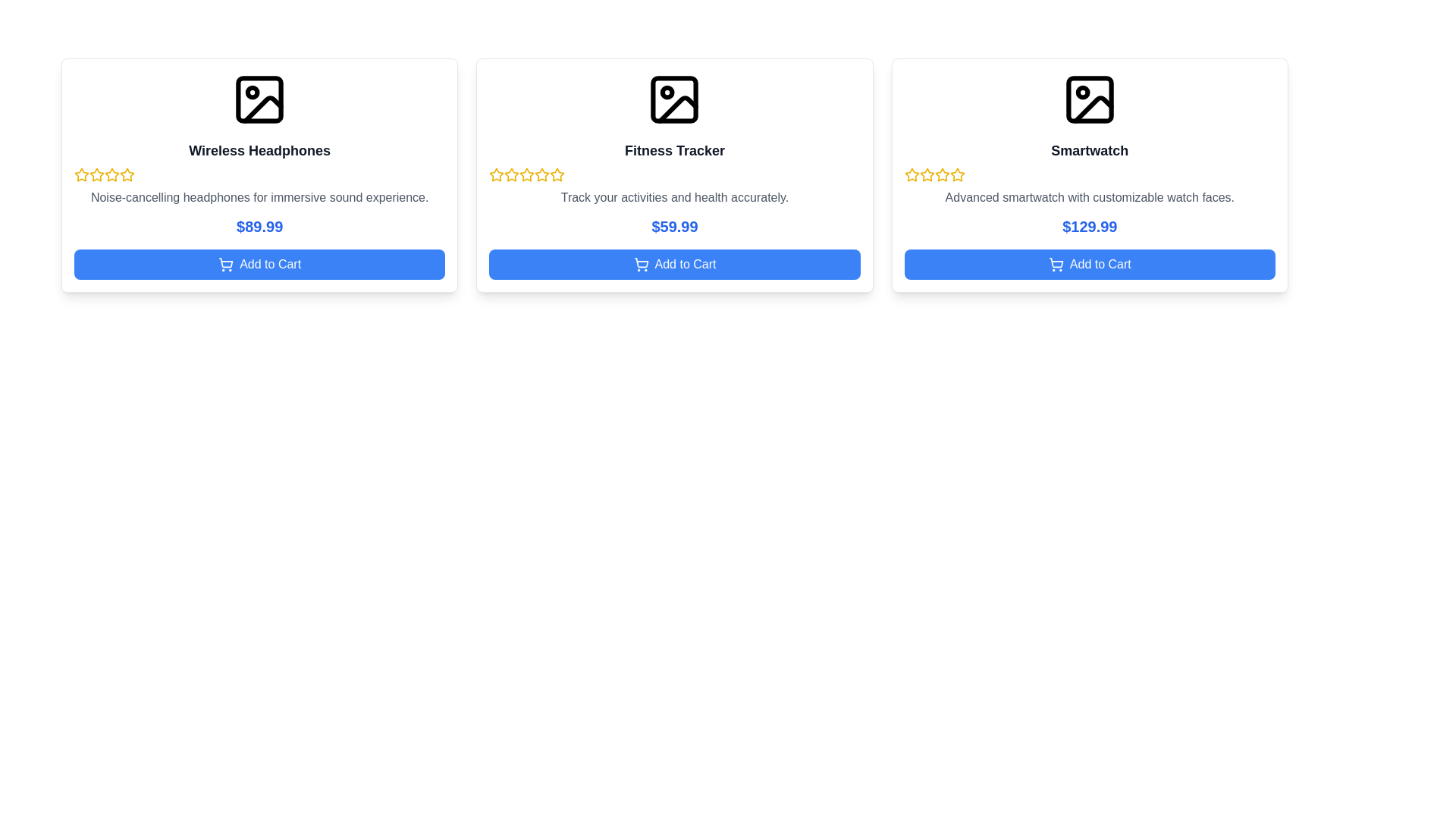 The height and width of the screenshot is (819, 1456). I want to click on the 'Fitness Tracker' label, which is styled with a bold and large font and located at the center-top area of its card layout, so click(673, 151).